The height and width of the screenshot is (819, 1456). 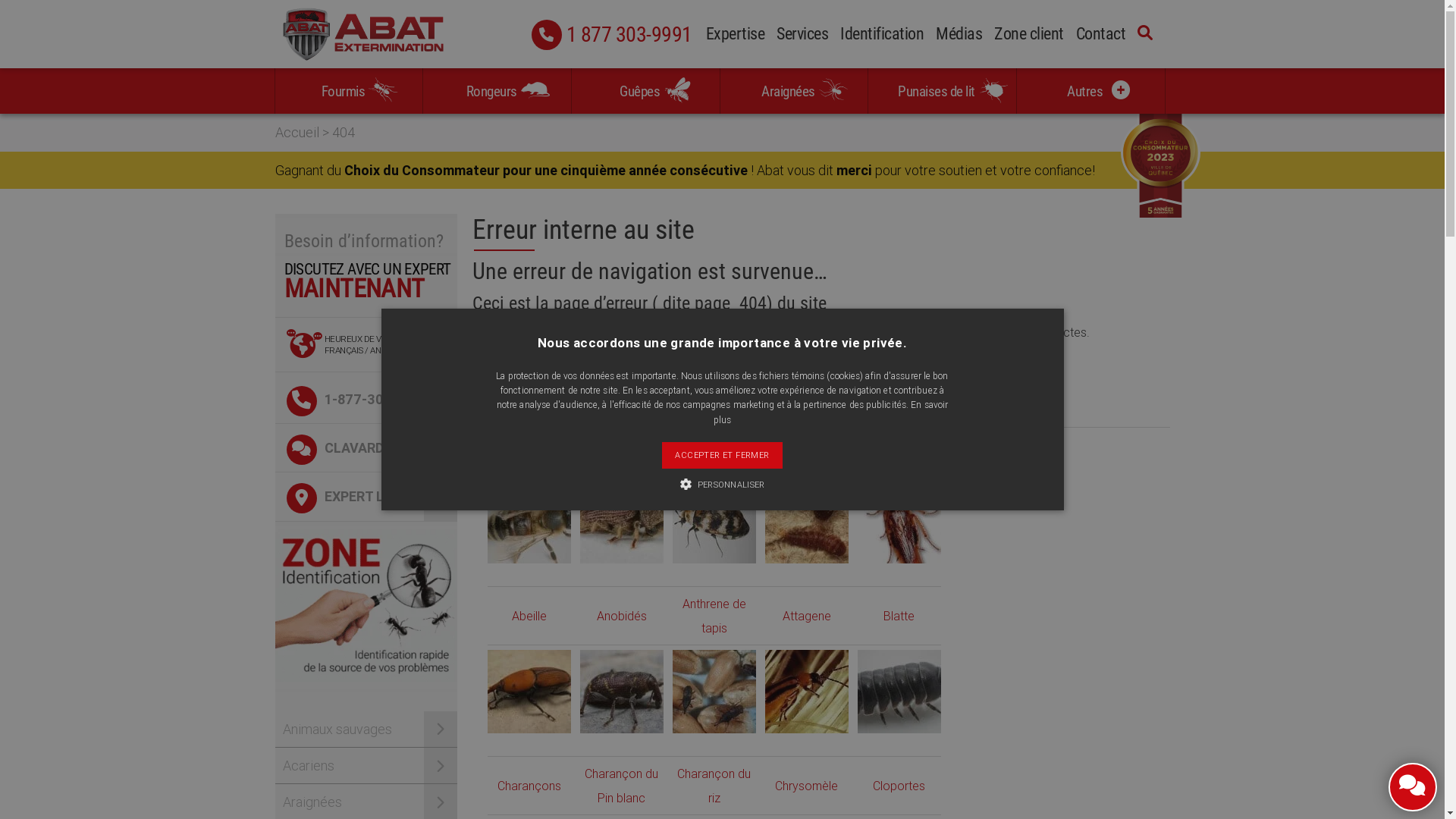 I want to click on 'Punaises de lit', so click(x=941, y=90).